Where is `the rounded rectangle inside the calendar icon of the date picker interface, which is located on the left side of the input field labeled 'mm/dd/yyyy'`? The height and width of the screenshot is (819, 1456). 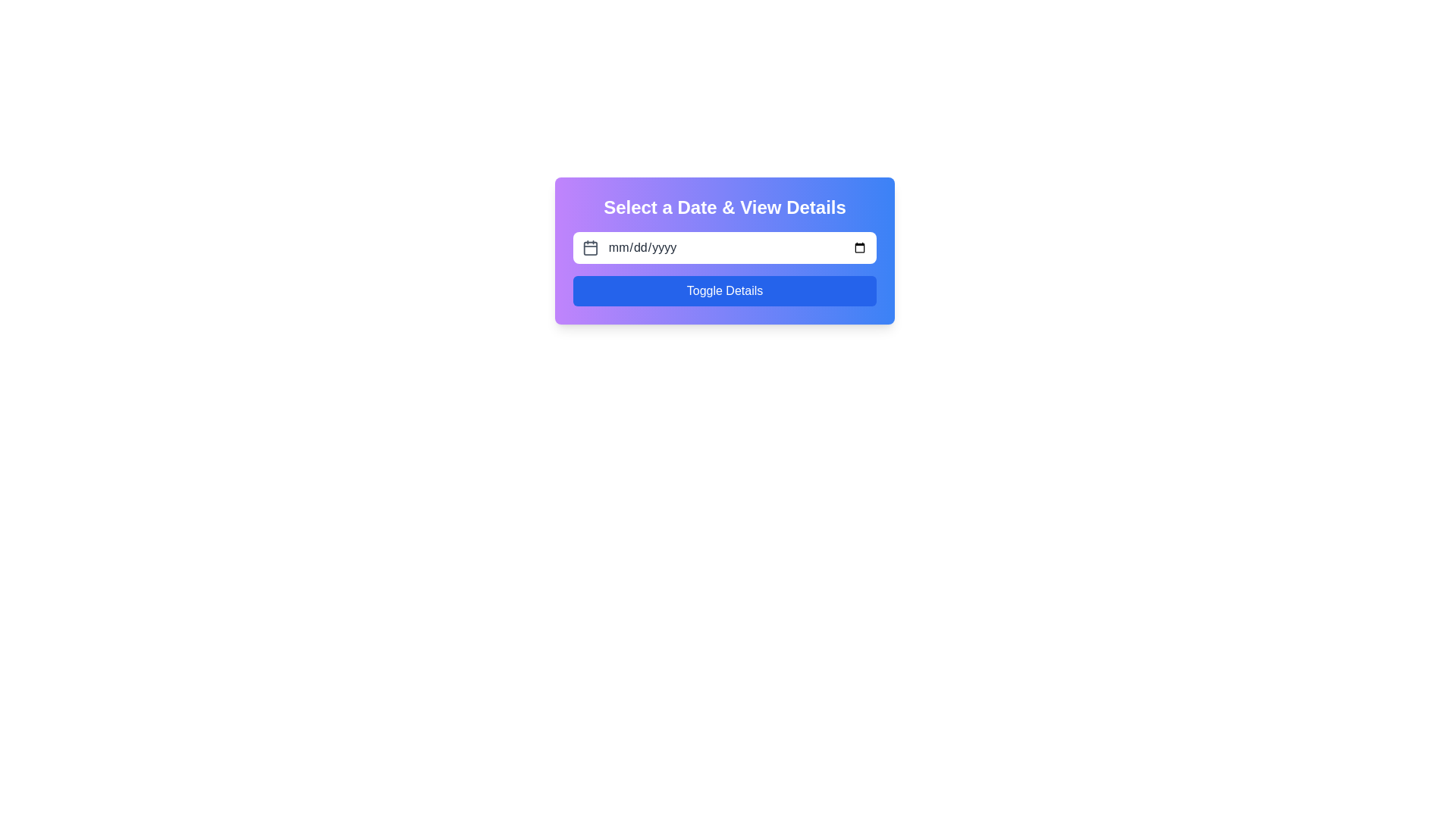 the rounded rectangle inside the calendar icon of the date picker interface, which is located on the left side of the input field labeled 'mm/dd/yyyy' is located at coordinates (589, 247).